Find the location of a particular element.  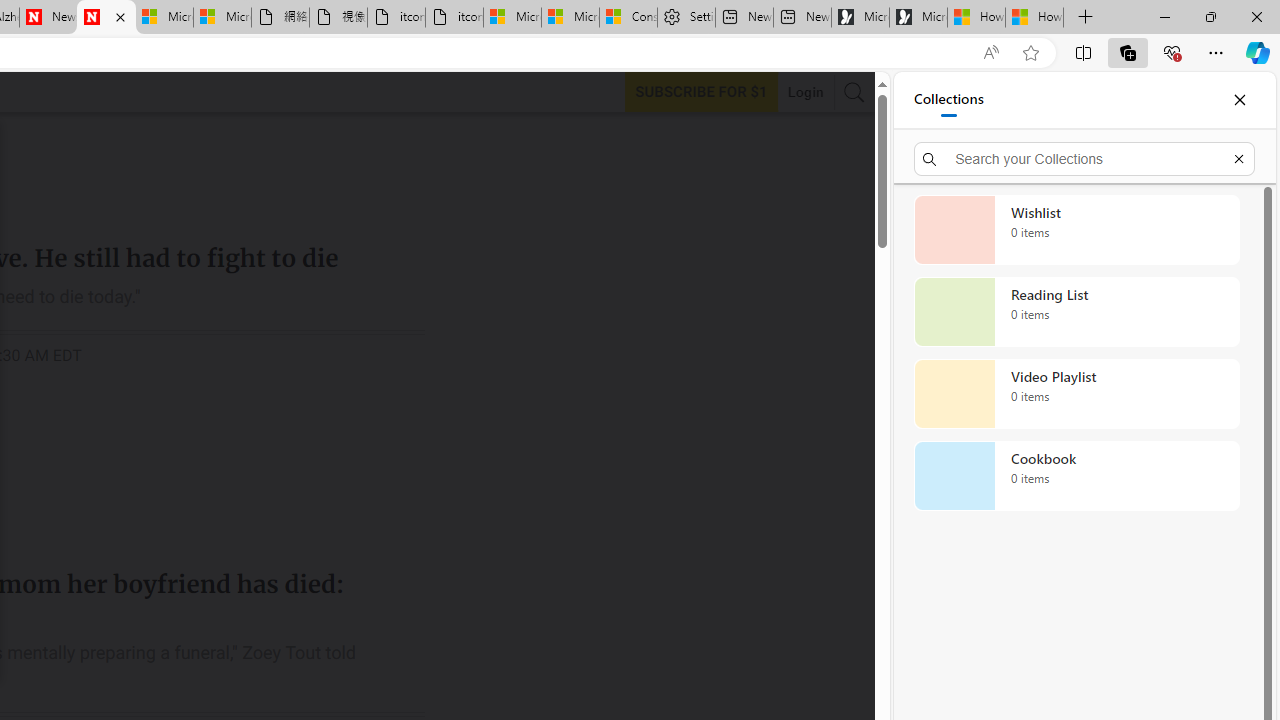

'Reading List collection, 0 items' is located at coordinates (1076, 312).